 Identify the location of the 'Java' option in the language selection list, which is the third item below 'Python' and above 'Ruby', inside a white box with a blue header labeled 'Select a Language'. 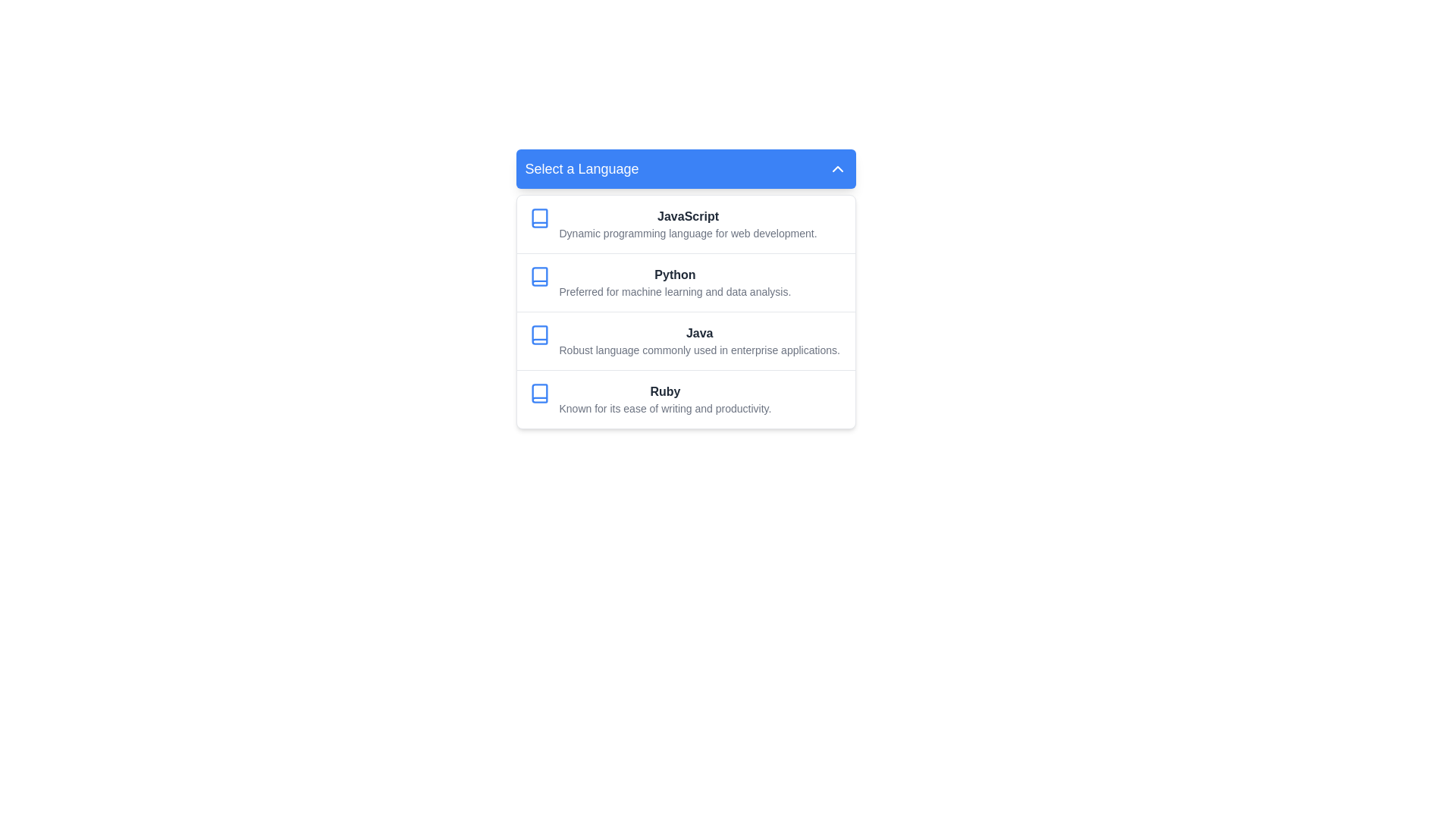
(685, 340).